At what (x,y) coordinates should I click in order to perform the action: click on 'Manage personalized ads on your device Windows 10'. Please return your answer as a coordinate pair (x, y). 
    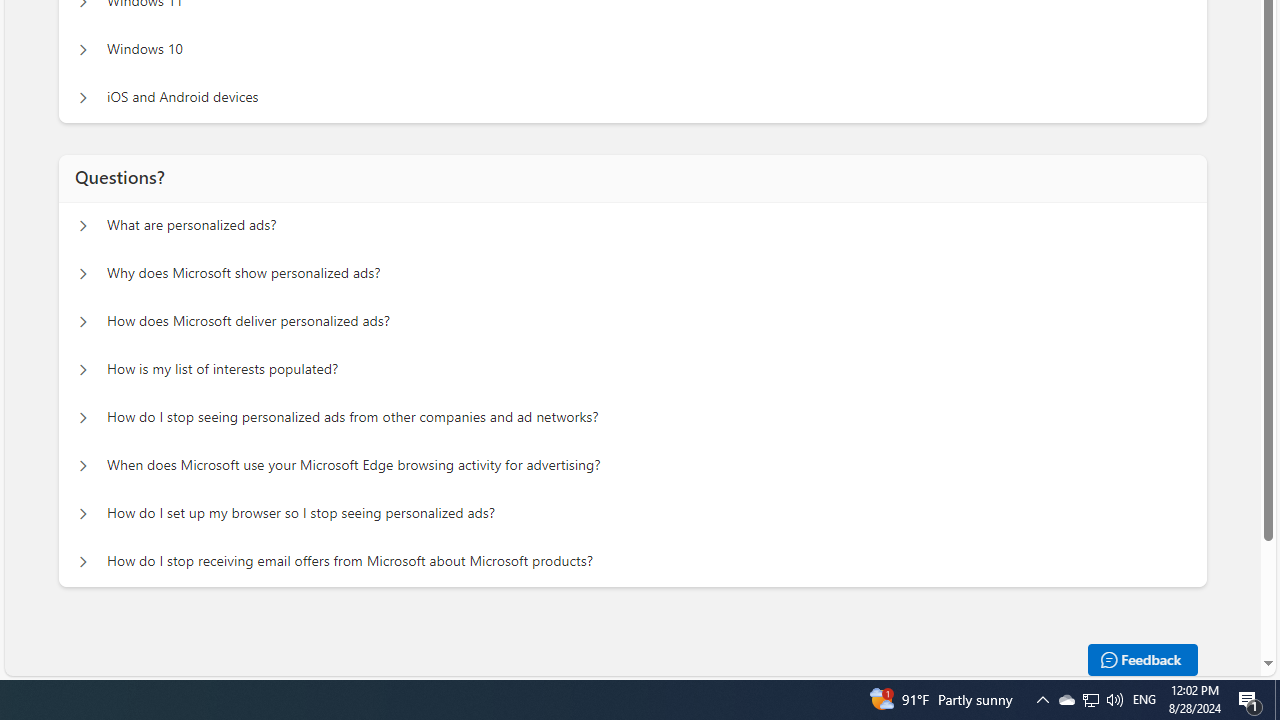
    Looking at the image, I should click on (82, 49).